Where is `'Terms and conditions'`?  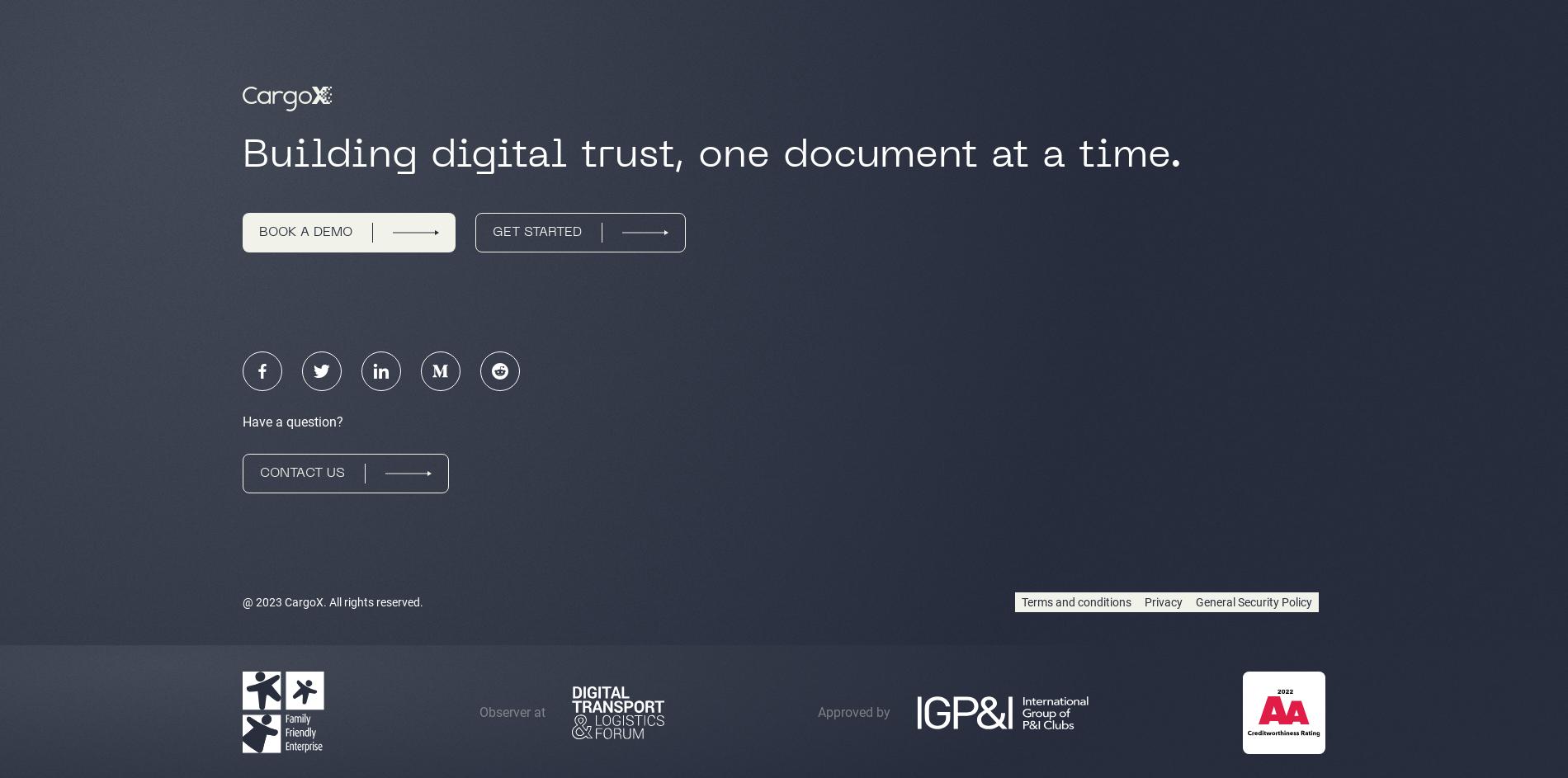 'Terms and conditions' is located at coordinates (1075, 601).